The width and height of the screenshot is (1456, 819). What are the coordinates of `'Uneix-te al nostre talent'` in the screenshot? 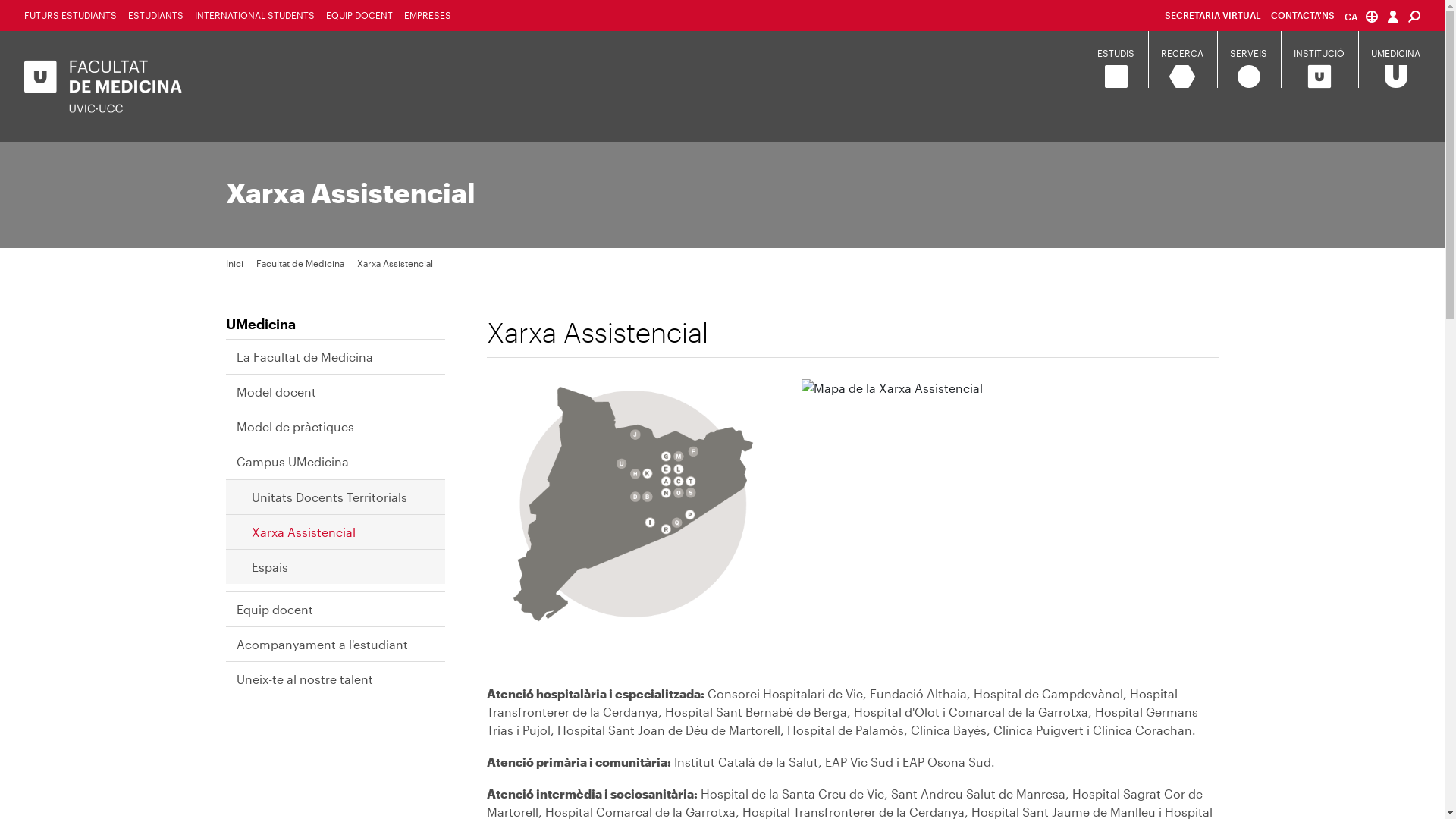 It's located at (236, 678).